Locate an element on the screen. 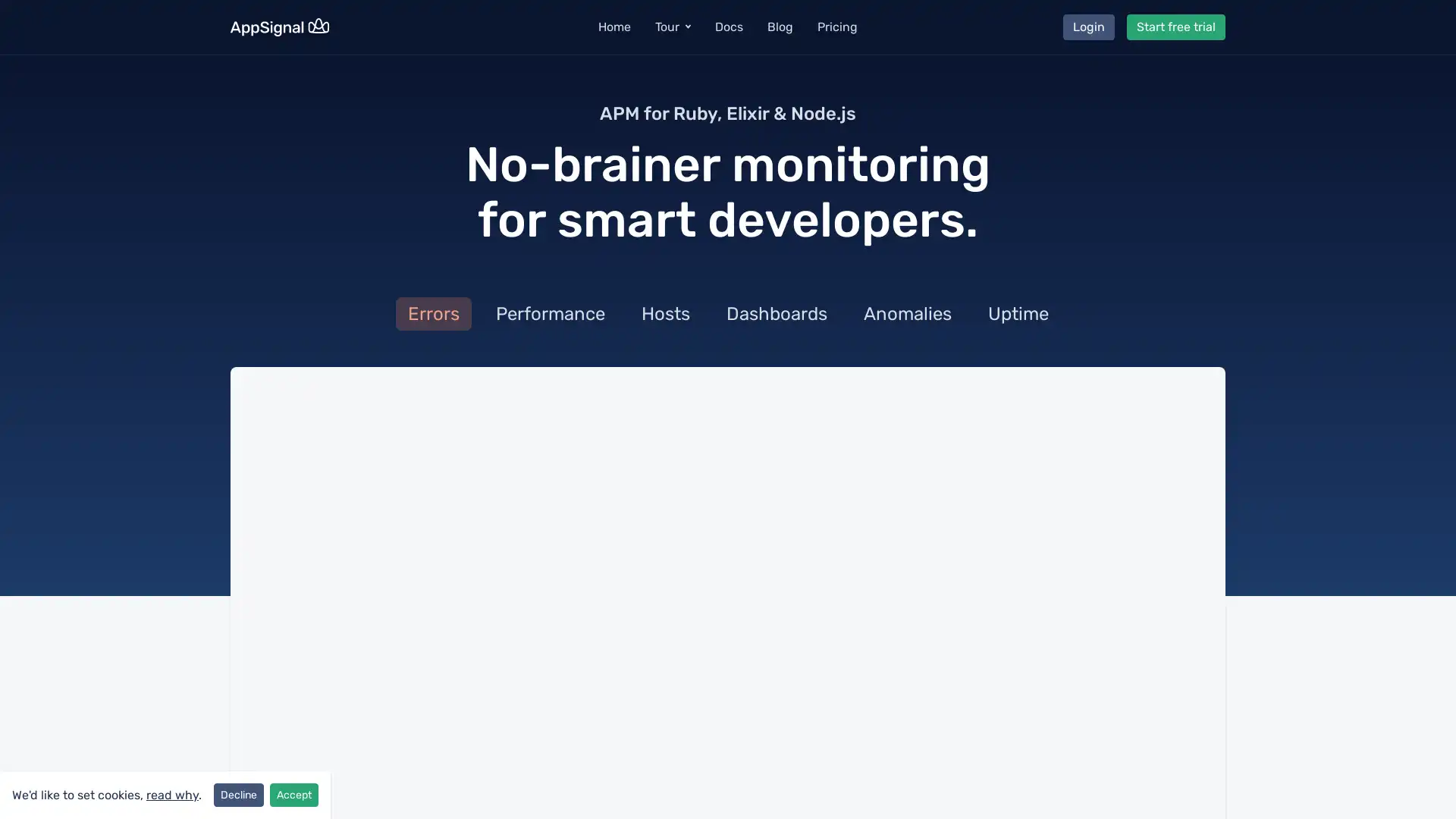 The width and height of the screenshot is (1456, 819). Errors is located at coordinates (432, 312).